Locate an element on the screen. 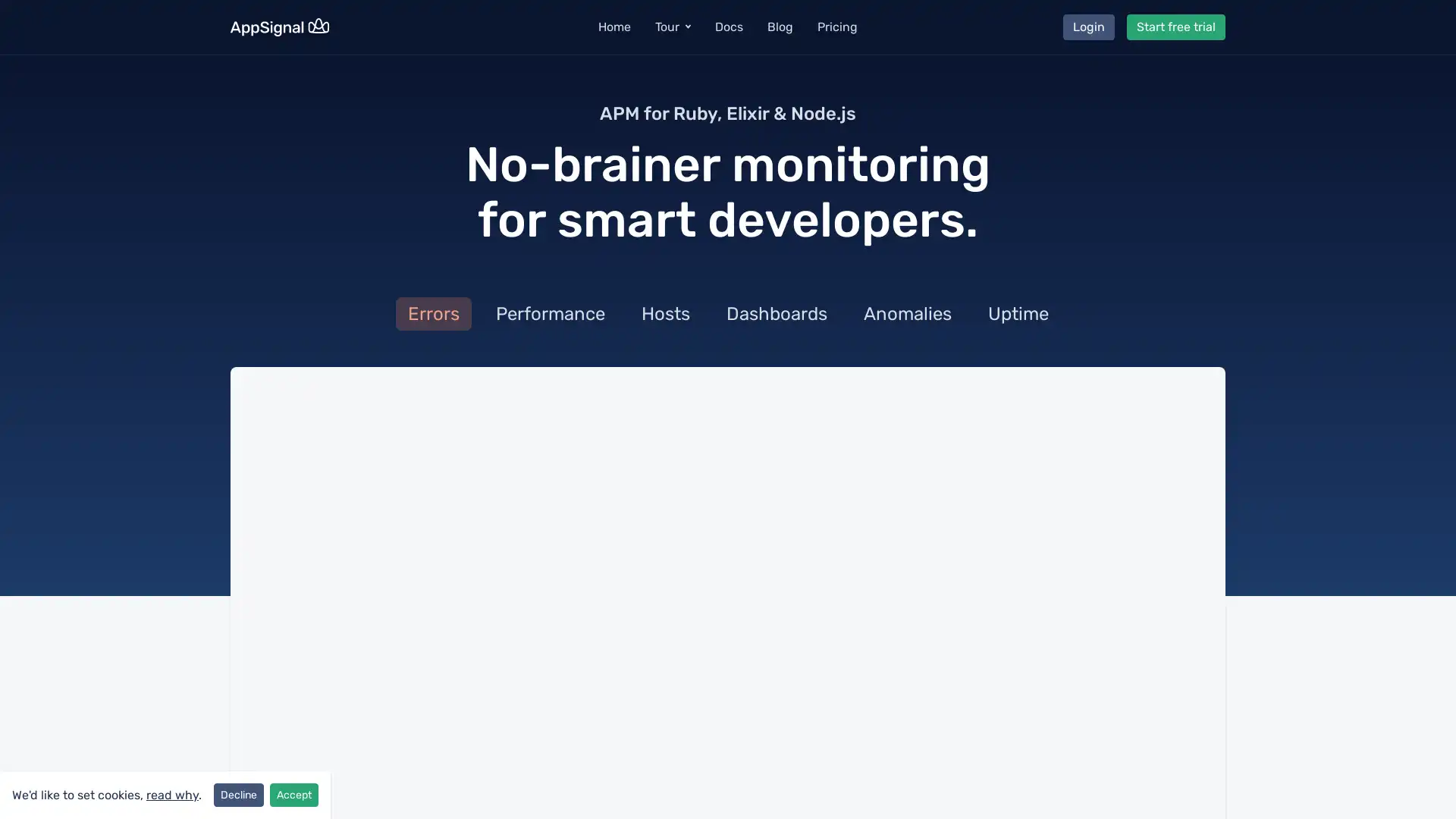 The width and height of the screenshot is (1456, 819). Errors is located at coordinates (432, 312).